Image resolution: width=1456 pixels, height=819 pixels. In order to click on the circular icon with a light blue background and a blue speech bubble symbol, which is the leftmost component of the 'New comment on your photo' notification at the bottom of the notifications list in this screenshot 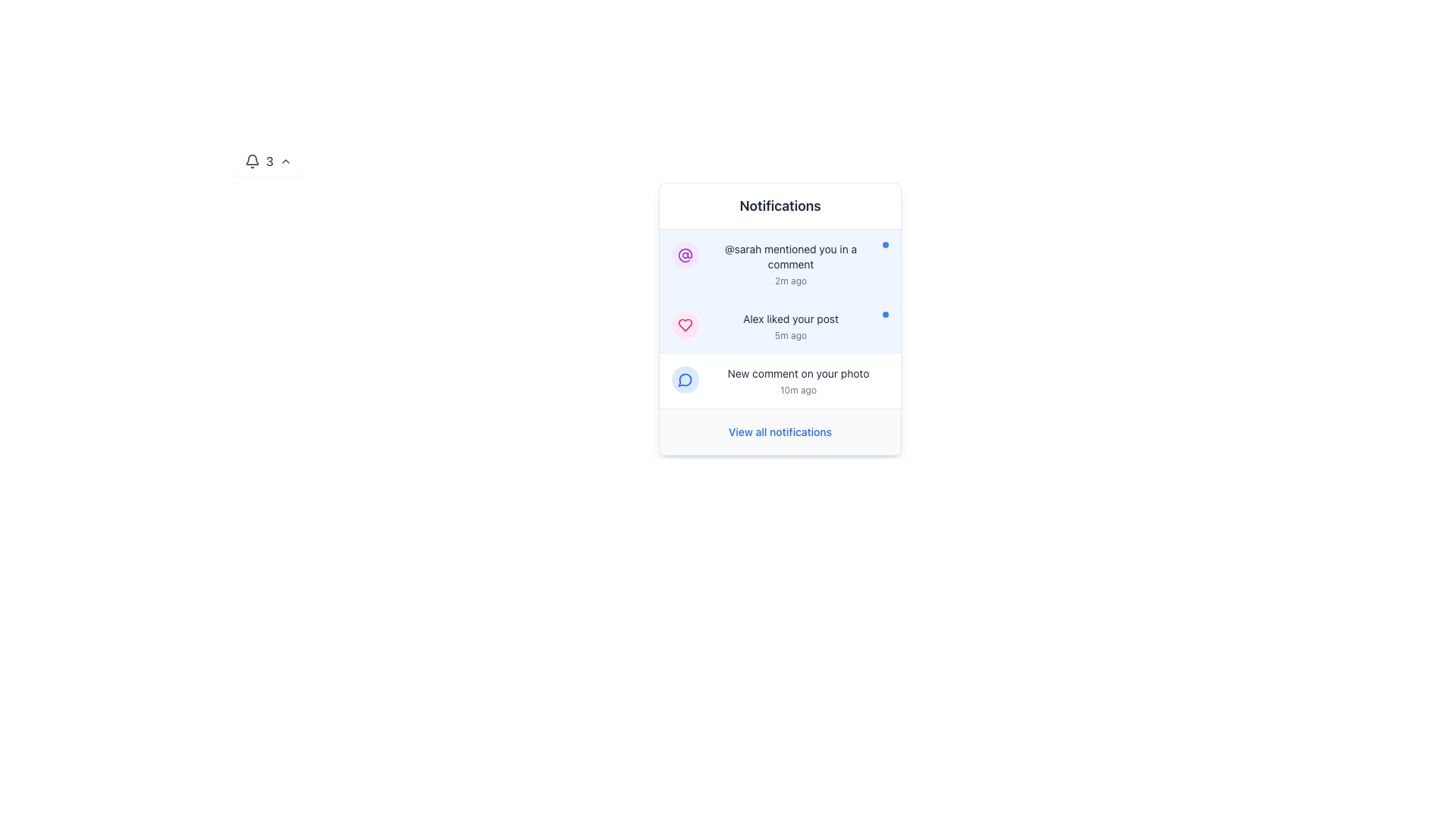, I will do `click(684, 379)`.